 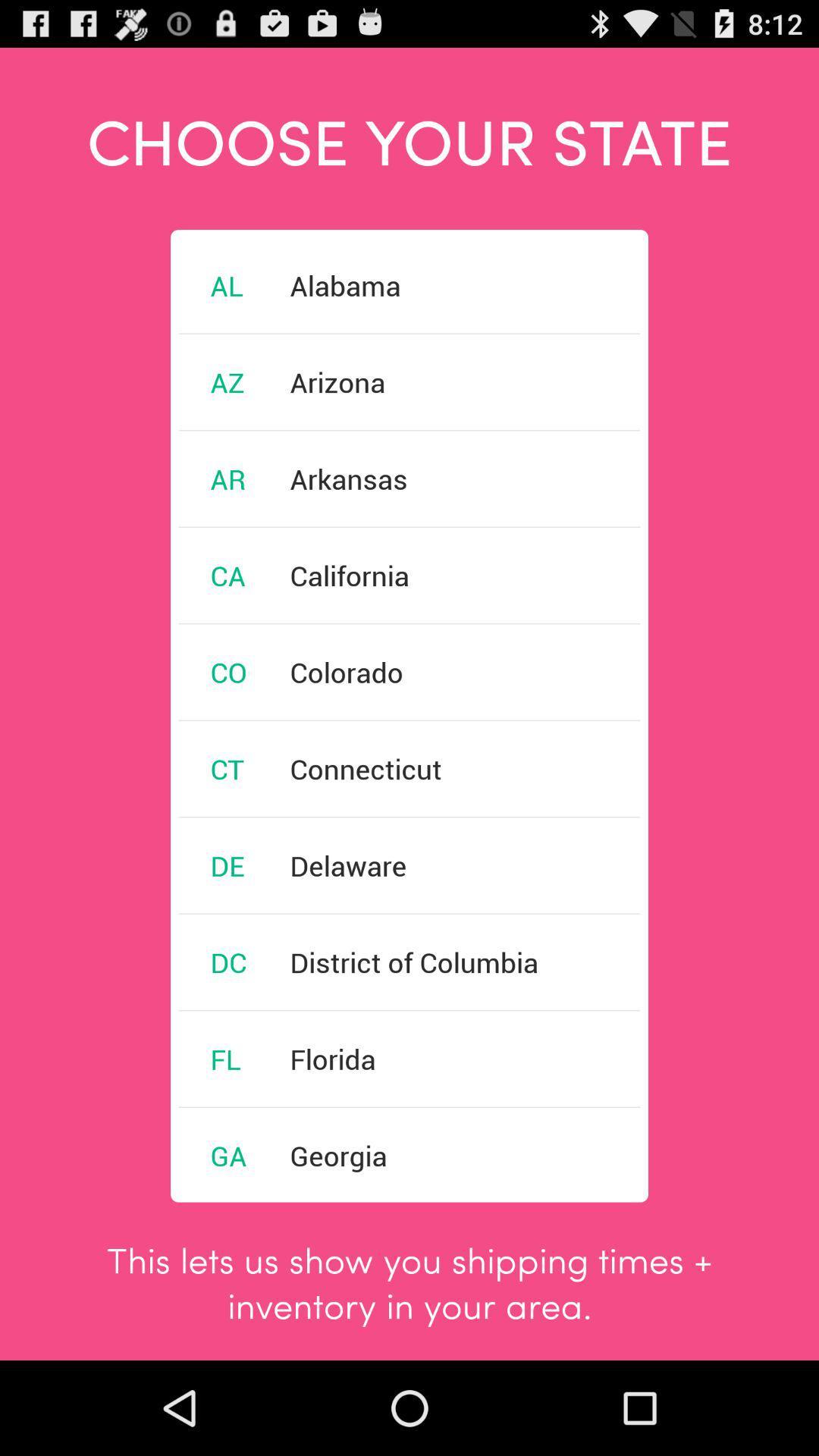 What do you see at coordinates (347, 671) in the screenshot?
I see `item next to the co` at bounding box center [347, 671].